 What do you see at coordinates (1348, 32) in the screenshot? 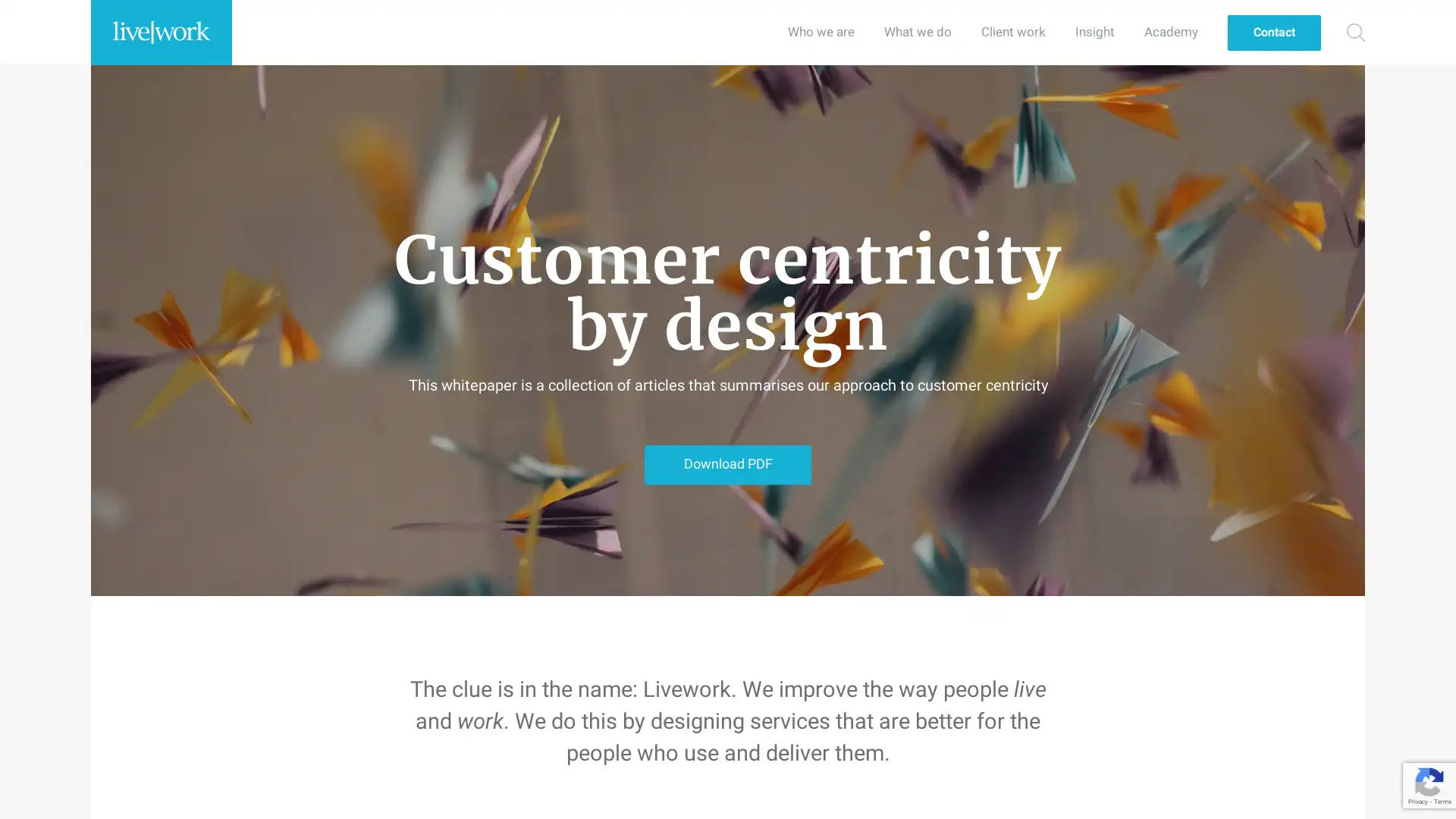
I see `Search Livework...` at bounding box center [1348, 32].